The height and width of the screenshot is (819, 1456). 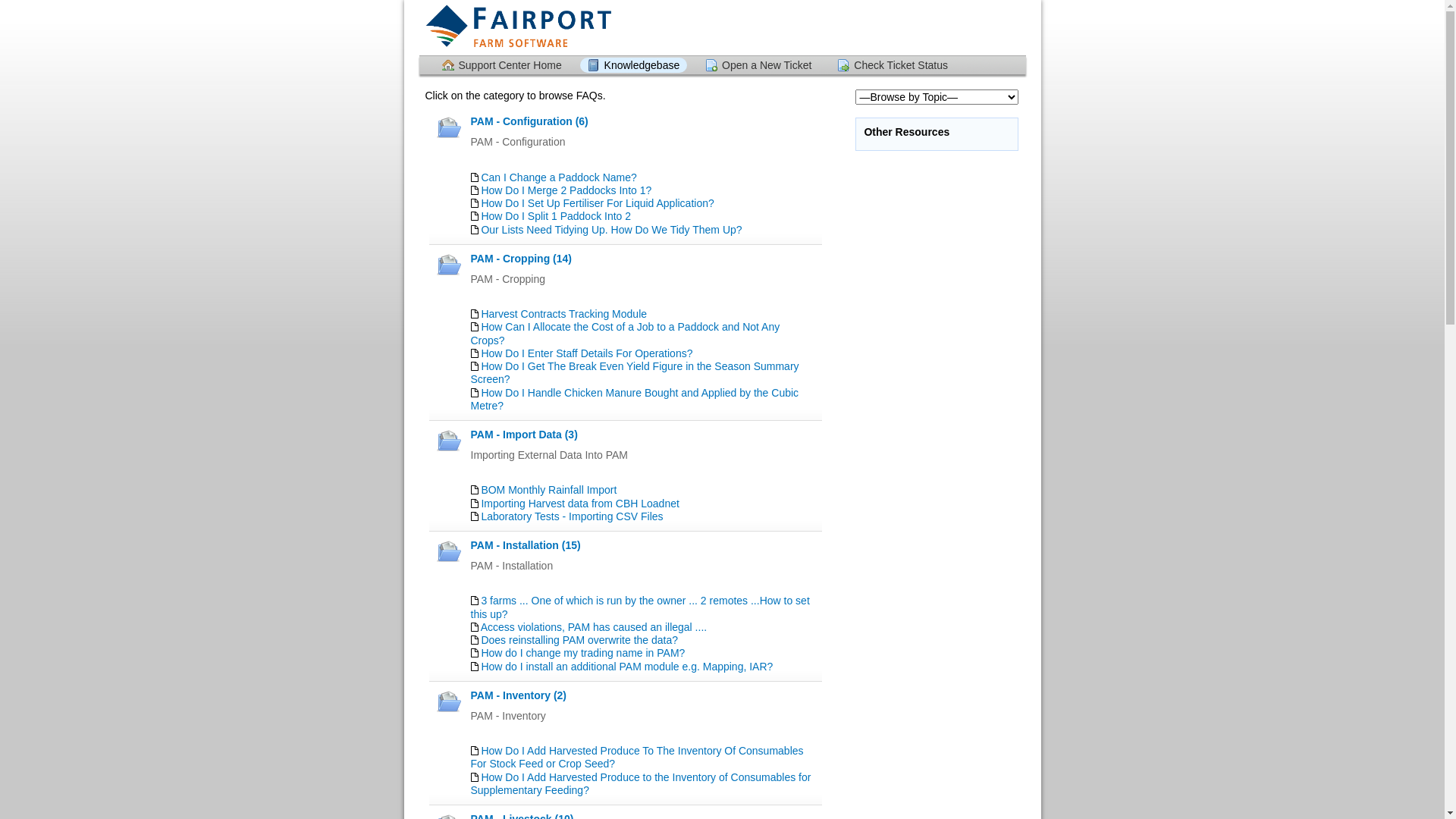 What do you see at coordinates (557, 177) in the screenshot?
I see `'Can I Change a Paddock Name?'` at bounding box center [557, 177].